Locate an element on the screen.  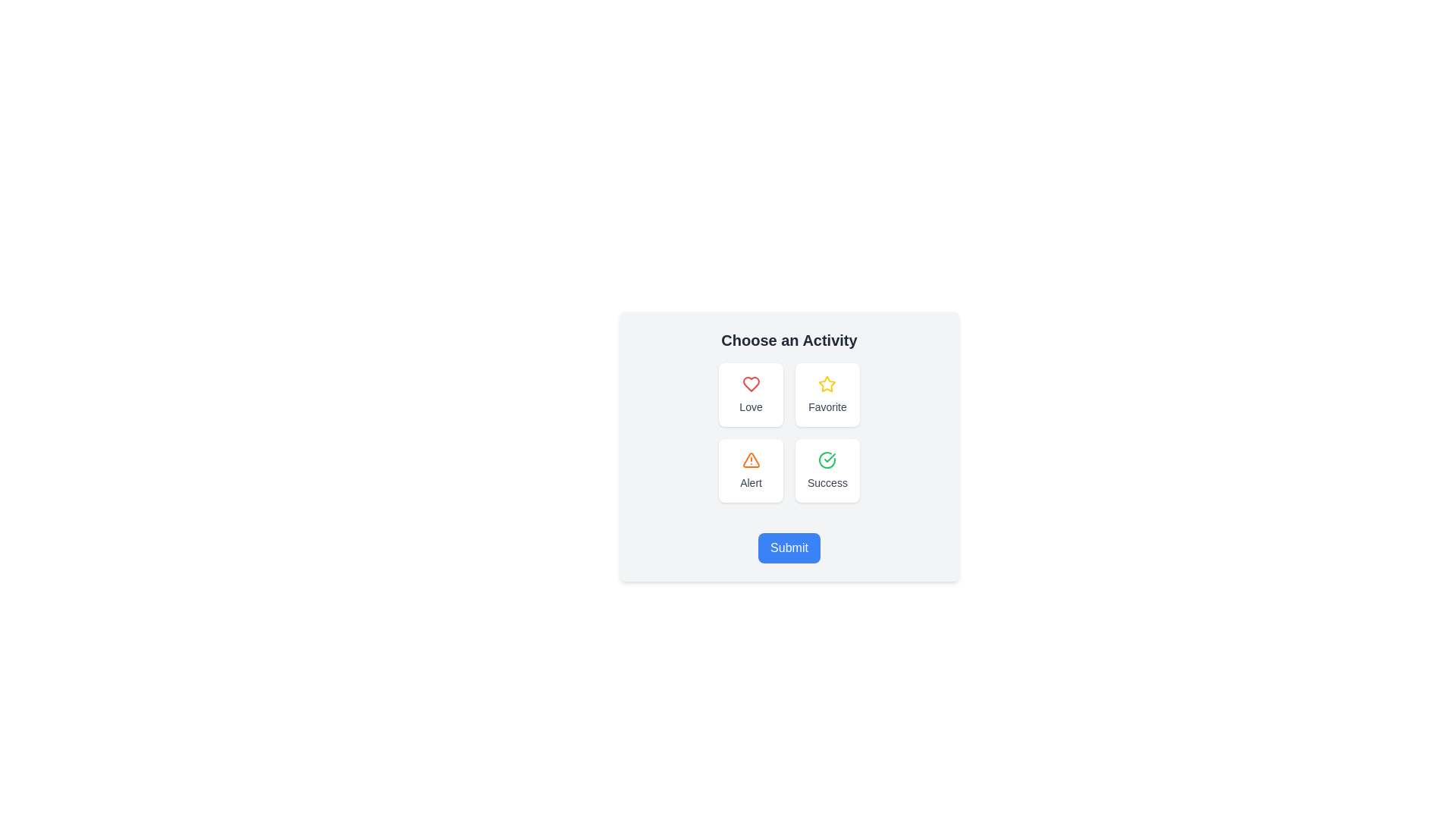
the green circular icon labeled 'Success' which contains a checkmark shape, located in the lower-right of a grid under 'Choose an Activity' is located at coordinates (829, 457).